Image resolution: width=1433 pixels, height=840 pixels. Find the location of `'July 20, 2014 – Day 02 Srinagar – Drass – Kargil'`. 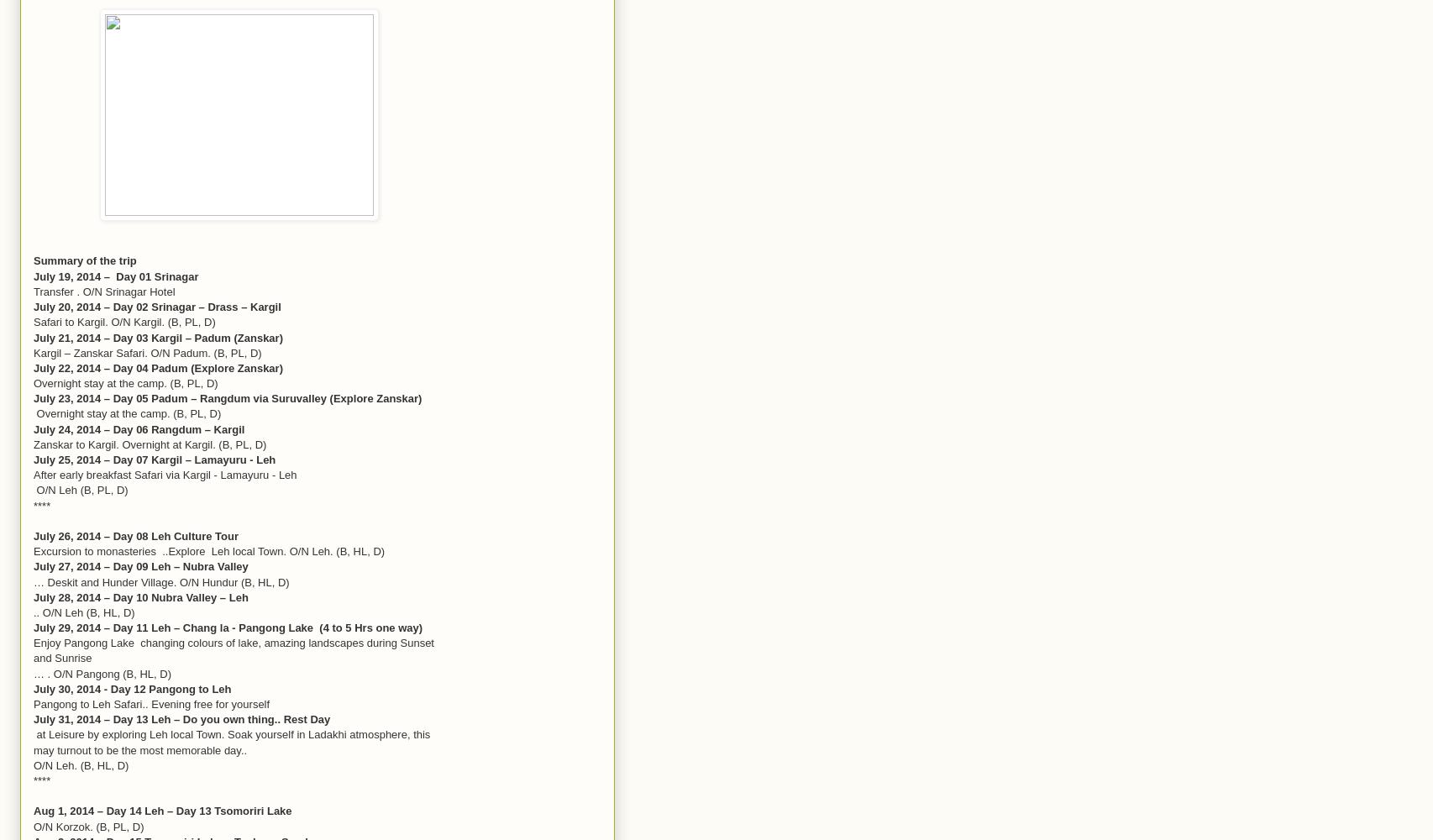

'July 20, 2014 – Day 02 Srinagar – Drass – Kargil' is located at coordinates (156, 306).